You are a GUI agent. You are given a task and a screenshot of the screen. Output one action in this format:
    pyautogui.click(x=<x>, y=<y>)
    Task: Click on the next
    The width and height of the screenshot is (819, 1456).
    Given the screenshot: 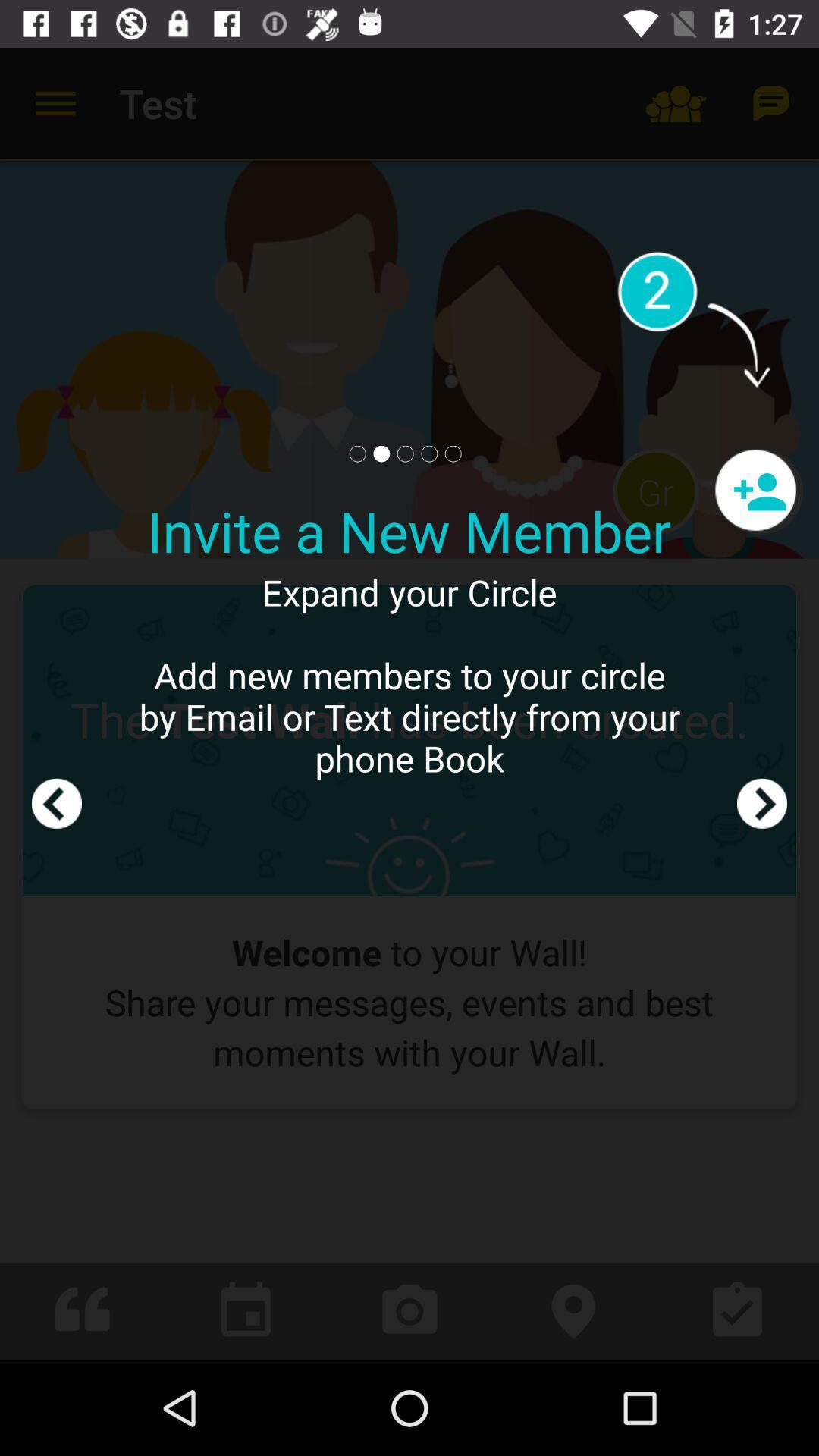 What is the action you would take?
    pyautogui.click(x=762, y=703)
    